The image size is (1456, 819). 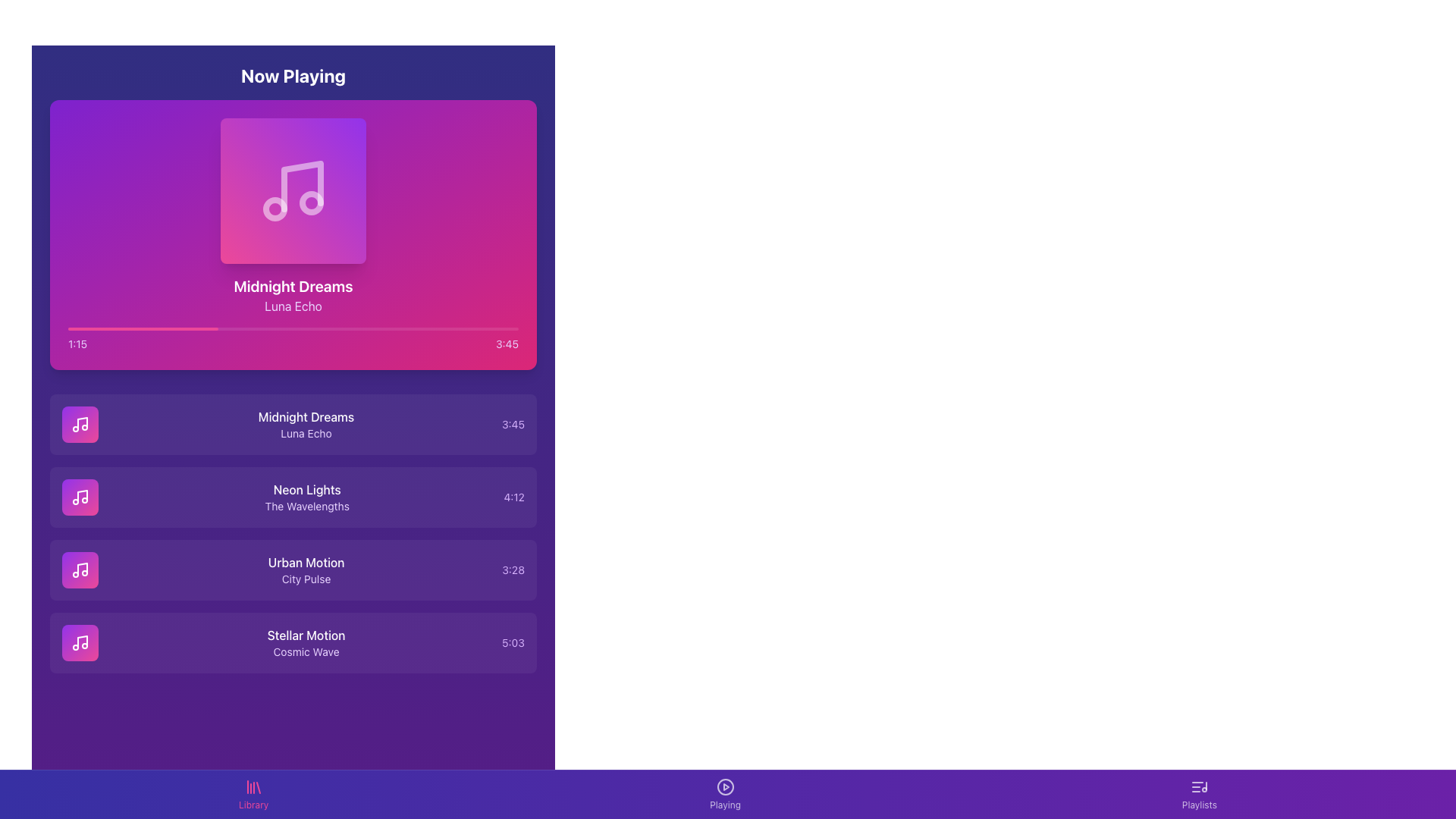 I want to click on the text display element that shows the subtitle or associated information for the media item 'Midnight Dreams', positioned directly beneath the title in the second item of the visible list, so click(x=305, y=433).